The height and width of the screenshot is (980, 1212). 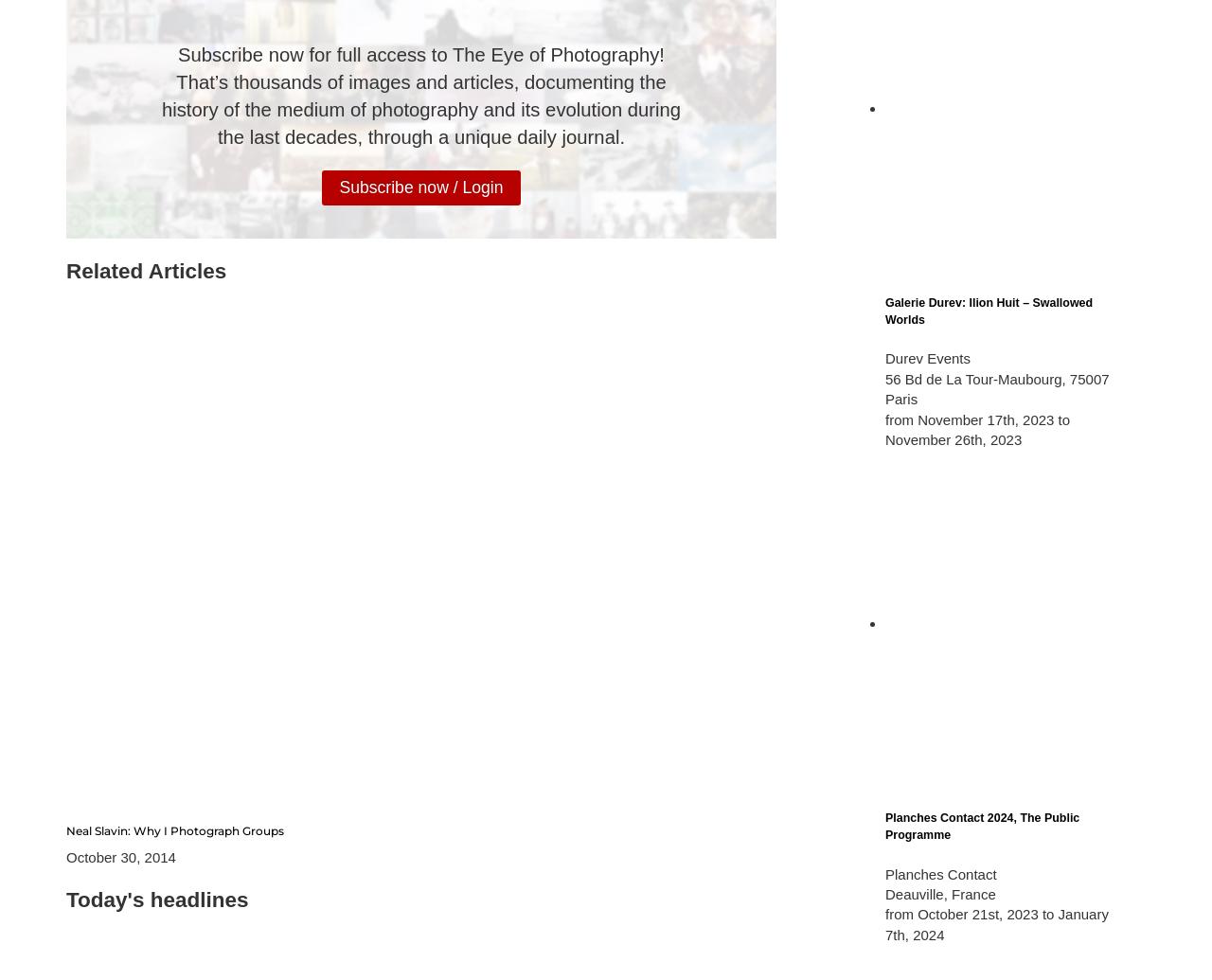 What do you see at coordinates (66, 829) in the screenshot?
I see `'Neal Slavin: Why I Photograph Groups'` at bounding box center [66, 829].